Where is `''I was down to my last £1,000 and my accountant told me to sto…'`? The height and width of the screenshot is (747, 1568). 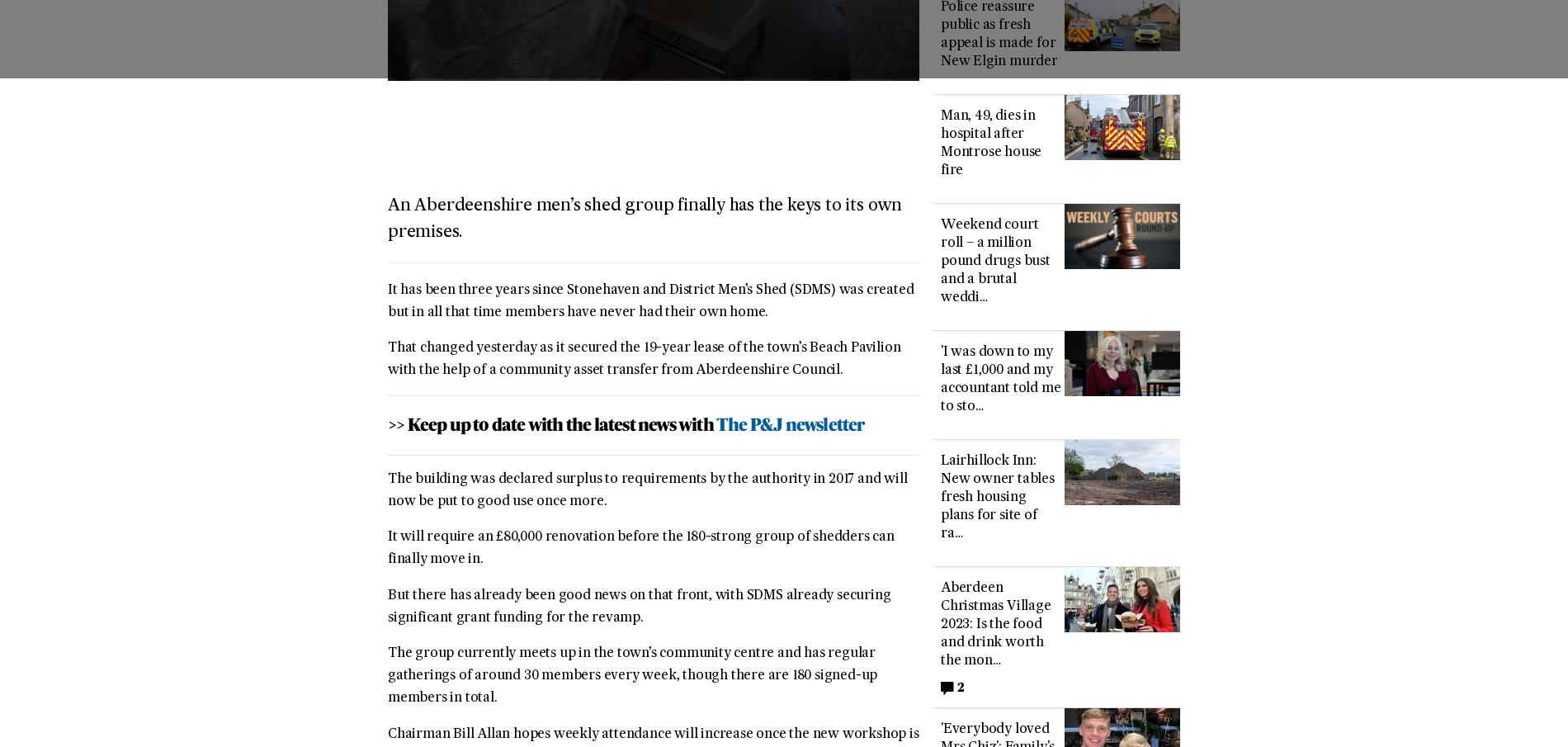
''I was down to my last £1,000 and my accountant told me to sto…' is located at coordinates (999, 380).